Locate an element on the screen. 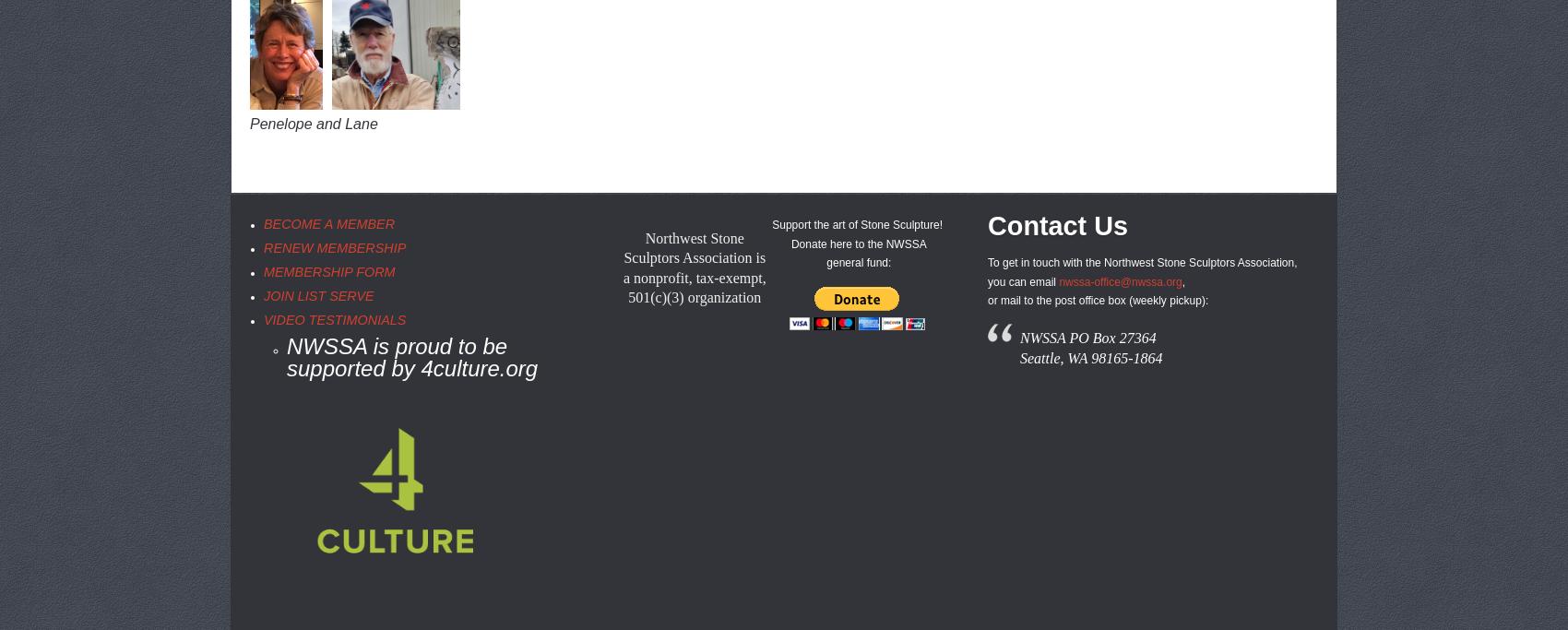 The image size is (1568, 630). 'MEMBERSHIP FORM' is located at coordinates (328, 271).